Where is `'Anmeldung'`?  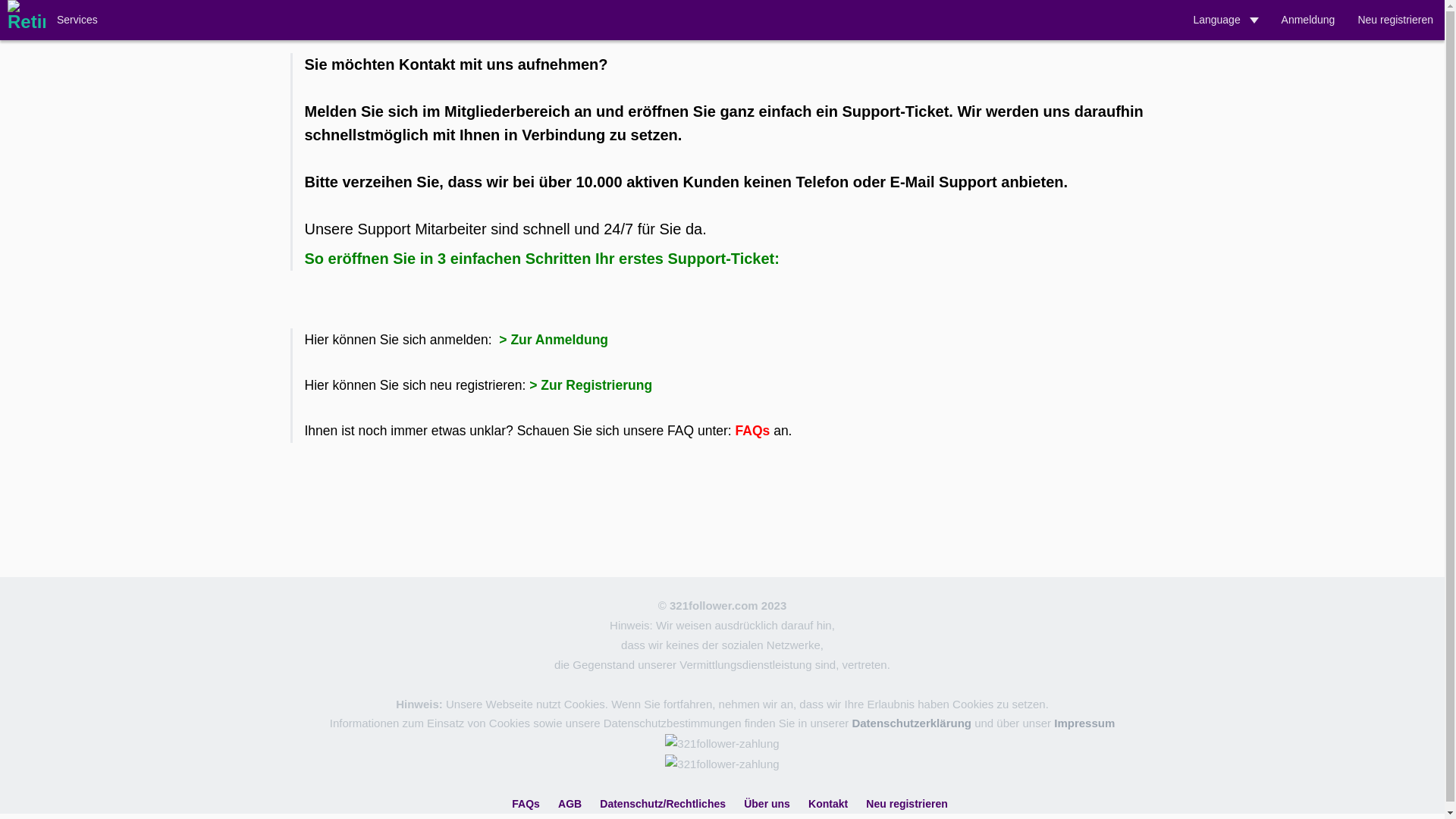
'Anmeldung' is located at coordinates (1270, 20).